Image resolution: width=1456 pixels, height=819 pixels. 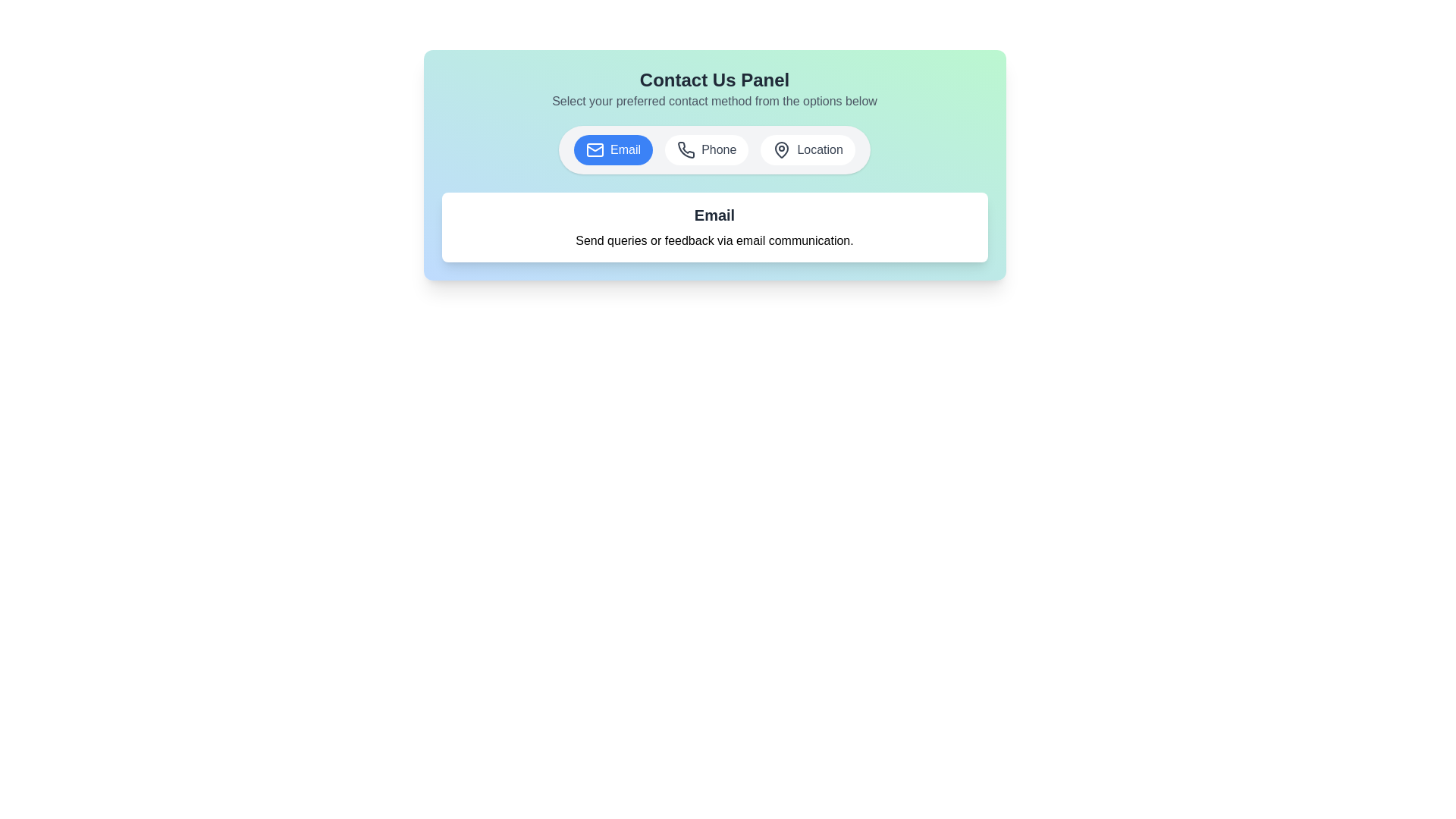 I want to click on the 'Phone' button, which is the second button from the left in a row of three buttons with rounded corners and a contrasting background color, so click(x=714, y=149).